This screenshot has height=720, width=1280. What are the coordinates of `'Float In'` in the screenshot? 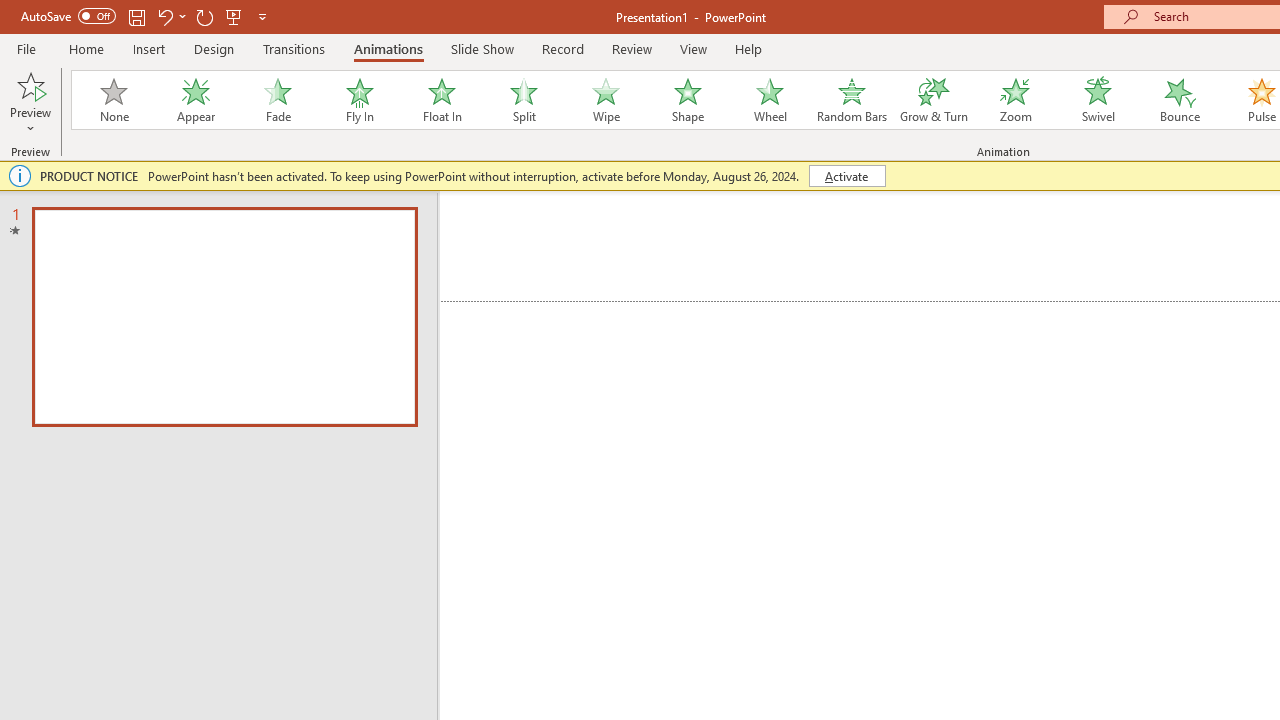 It's located at (440, 100).